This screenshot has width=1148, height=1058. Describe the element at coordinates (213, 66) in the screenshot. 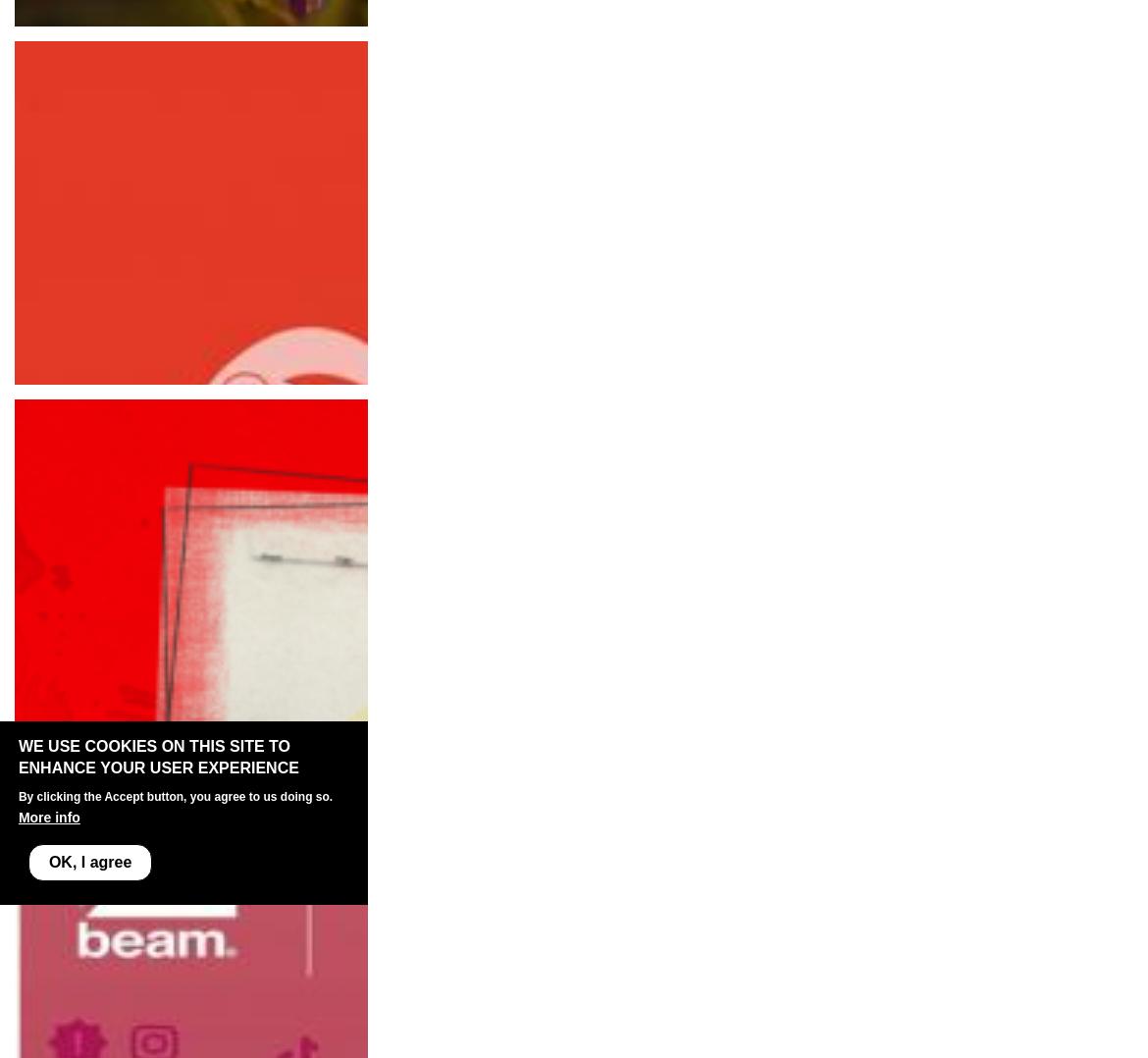

I see `'How can Nigerian women gain political power in 2027?'` at that location.